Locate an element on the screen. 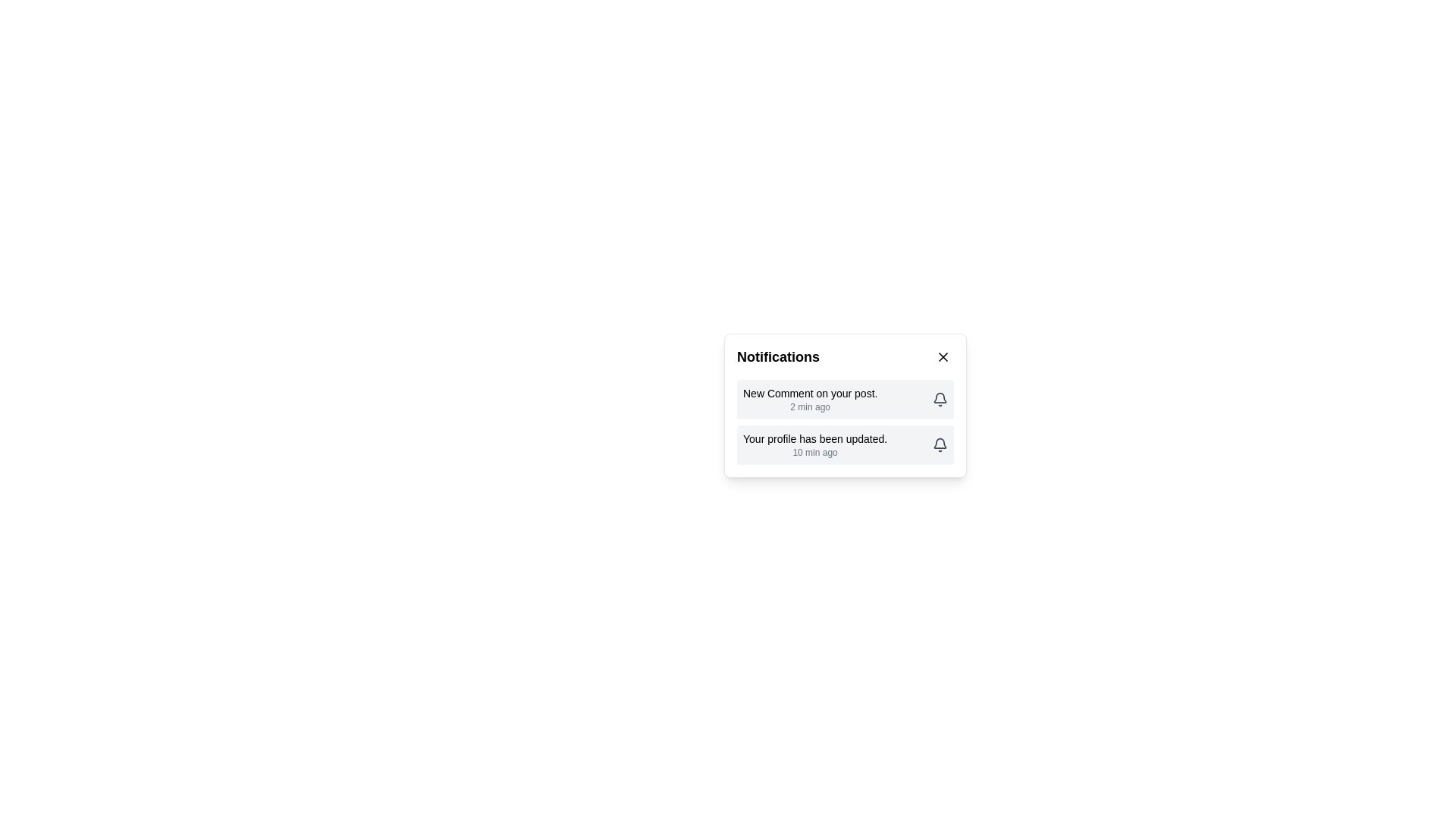  the first notification card in the notification list, which contains the text 'New Comment on your post.' and a bell-shaped icon is located at coordinates (844, 399).